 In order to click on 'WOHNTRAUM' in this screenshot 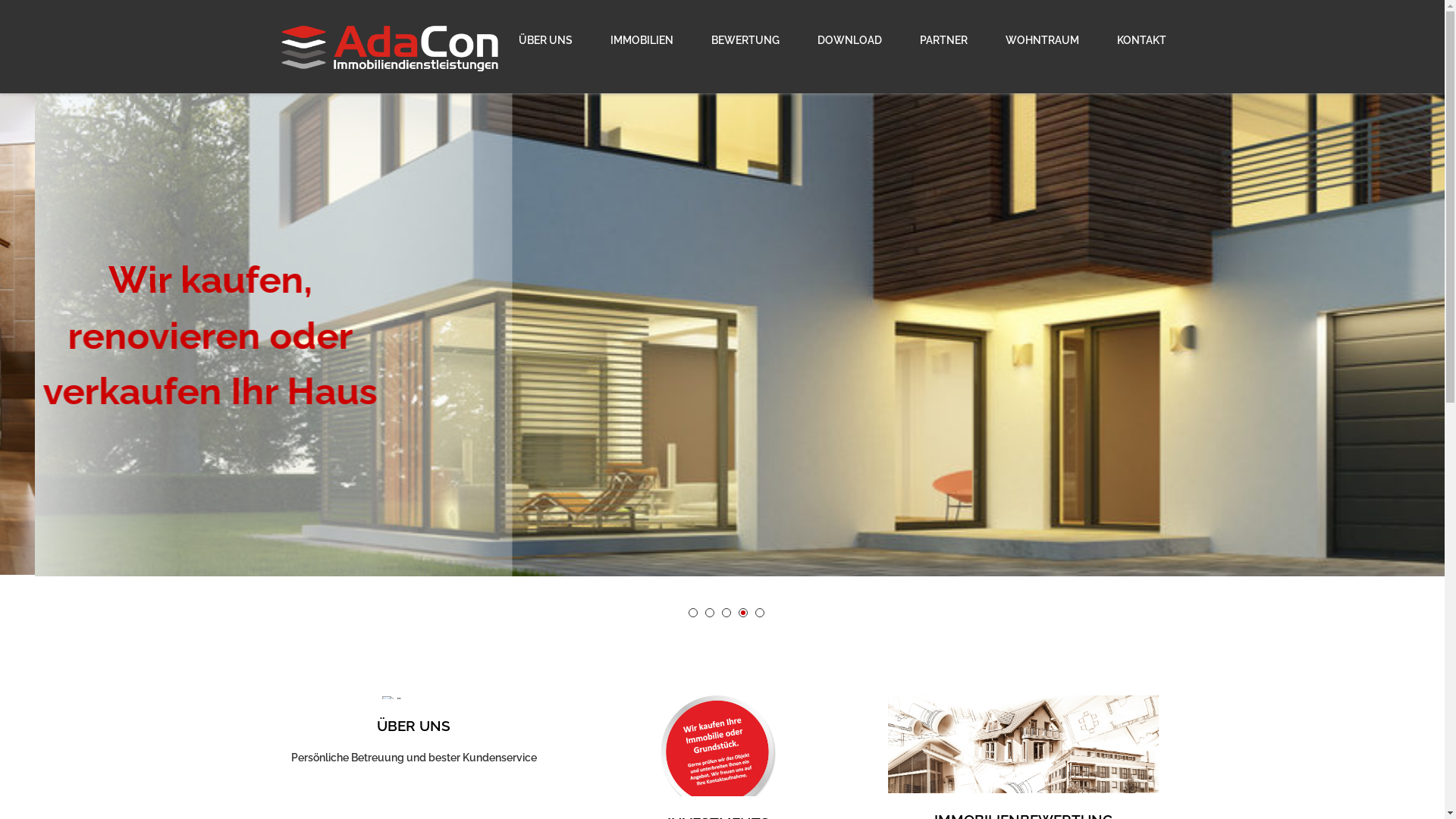, I will do `click(987, 39)`.